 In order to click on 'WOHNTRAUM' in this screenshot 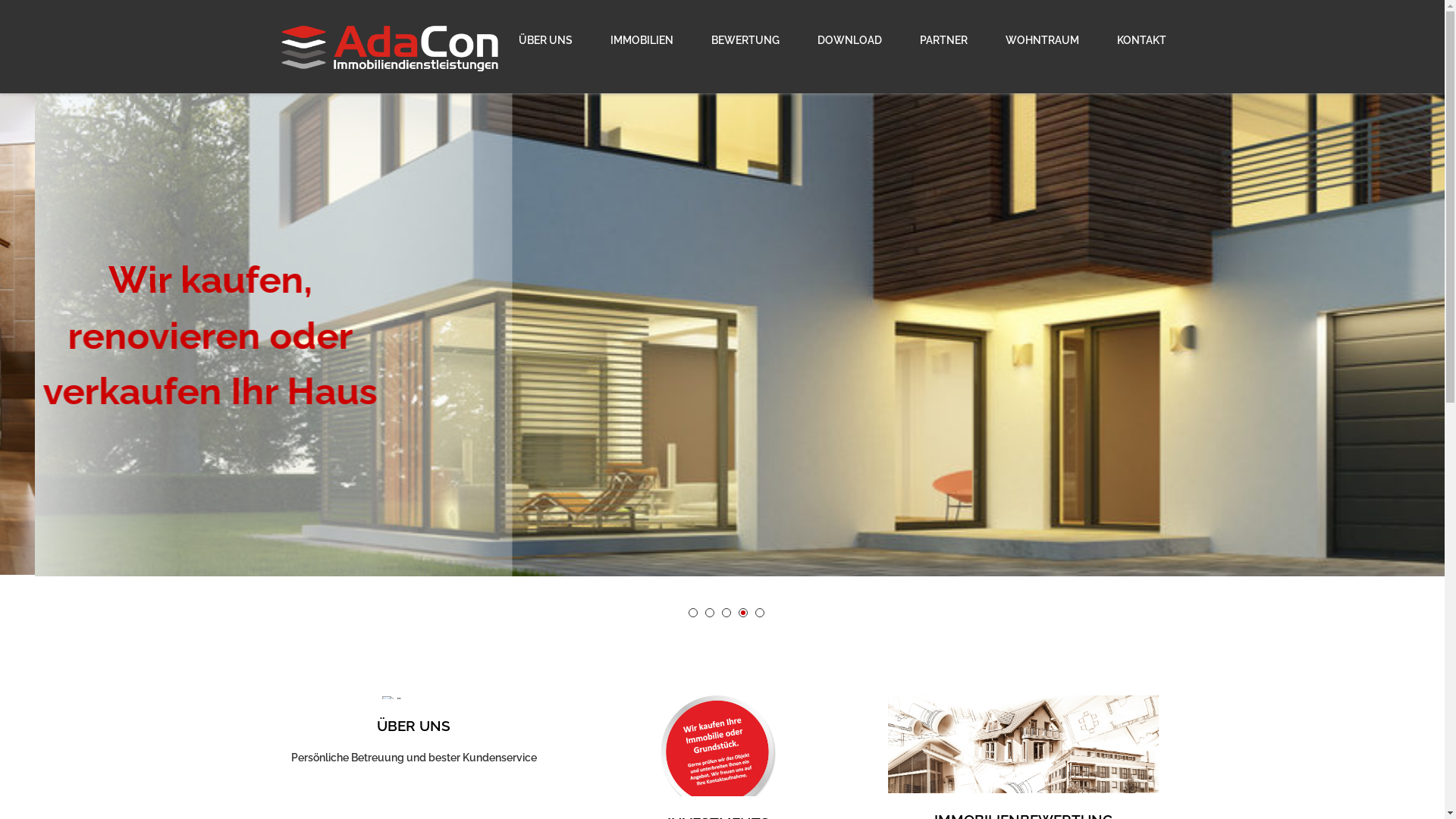, I will do `click(987, 39)`.